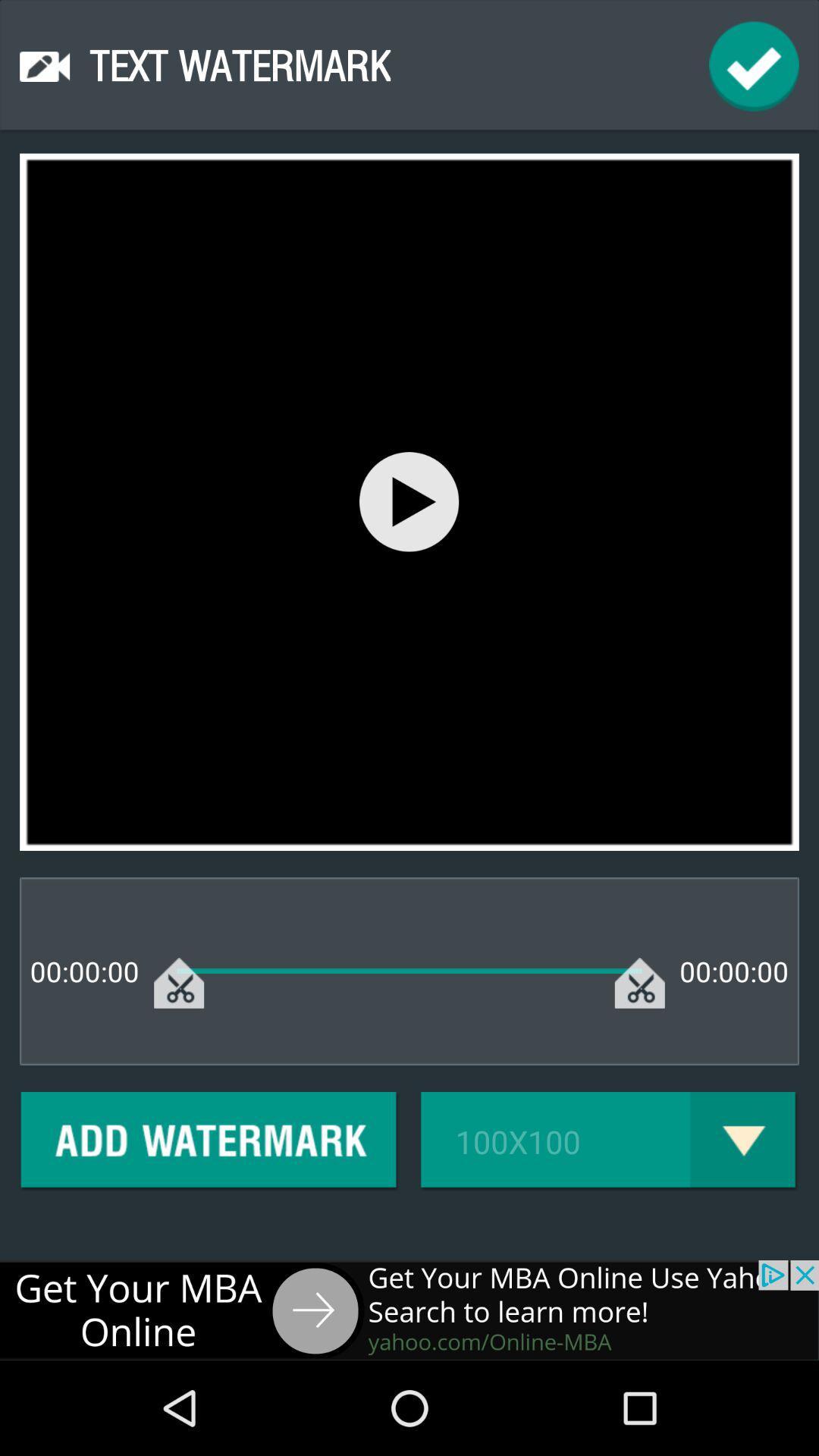  Describe the element at coordinates (408, 501) in the screenshot. I see `buton` at that location.